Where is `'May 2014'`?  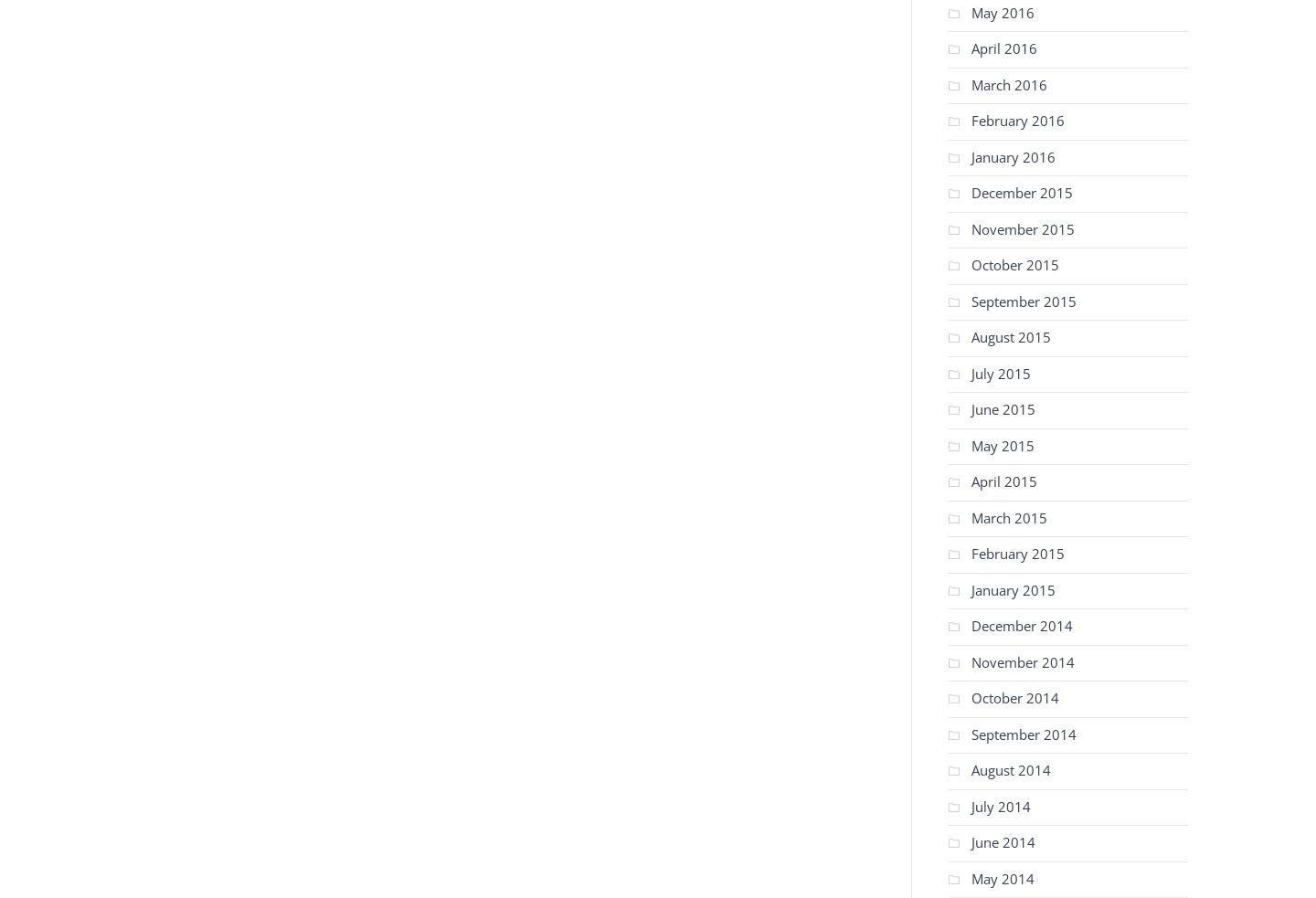 'May 2014' is located at coordinates (971, 877).